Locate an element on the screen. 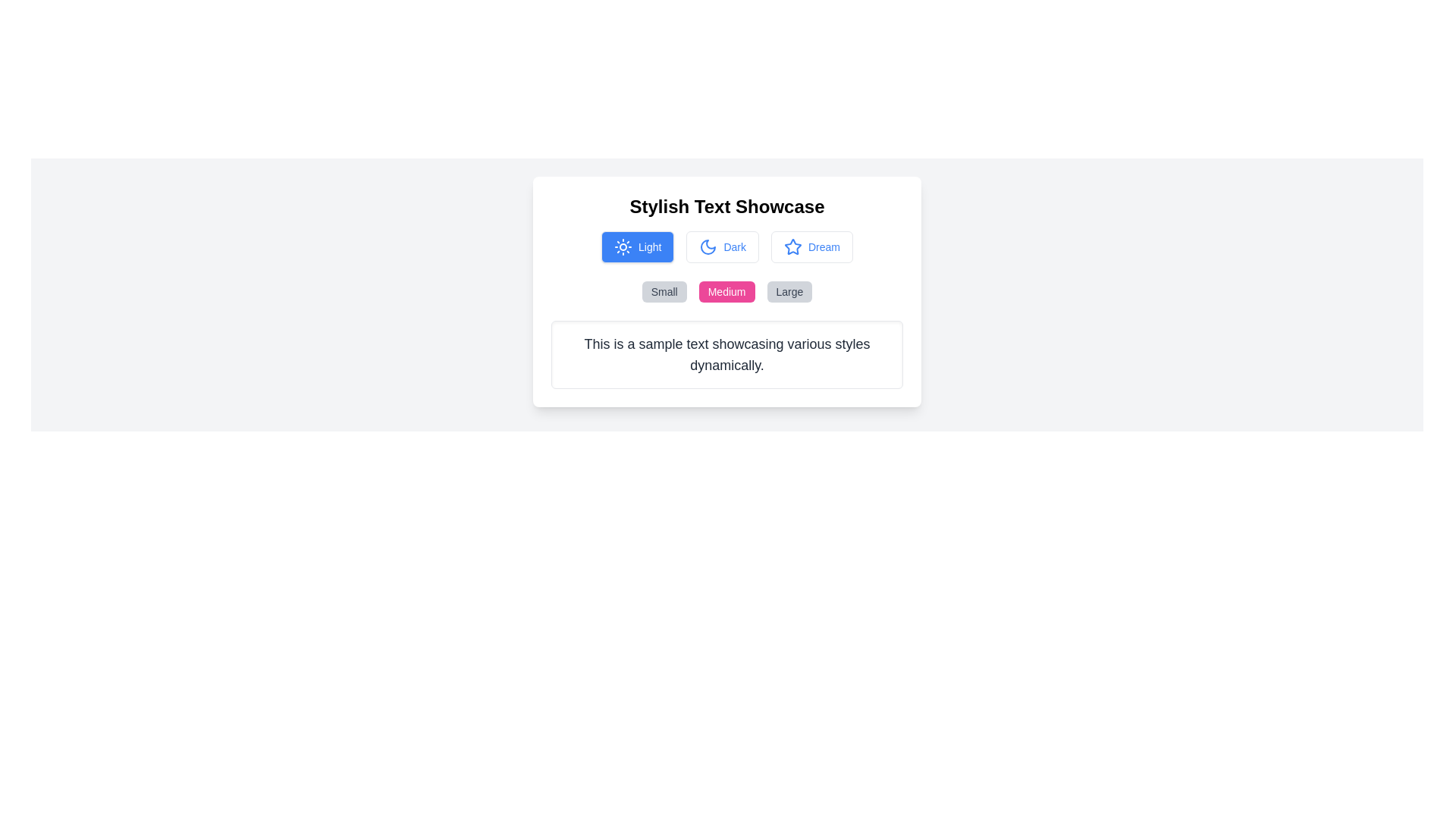 This screenshot has height=819, width=1456. the 'Large' size button, which is the third button in a group of three buttons labeled 'Small', 'Medium', and 'Large', located below the 'Stylish Text Showcase' heading is located at coordinates (789, 292).